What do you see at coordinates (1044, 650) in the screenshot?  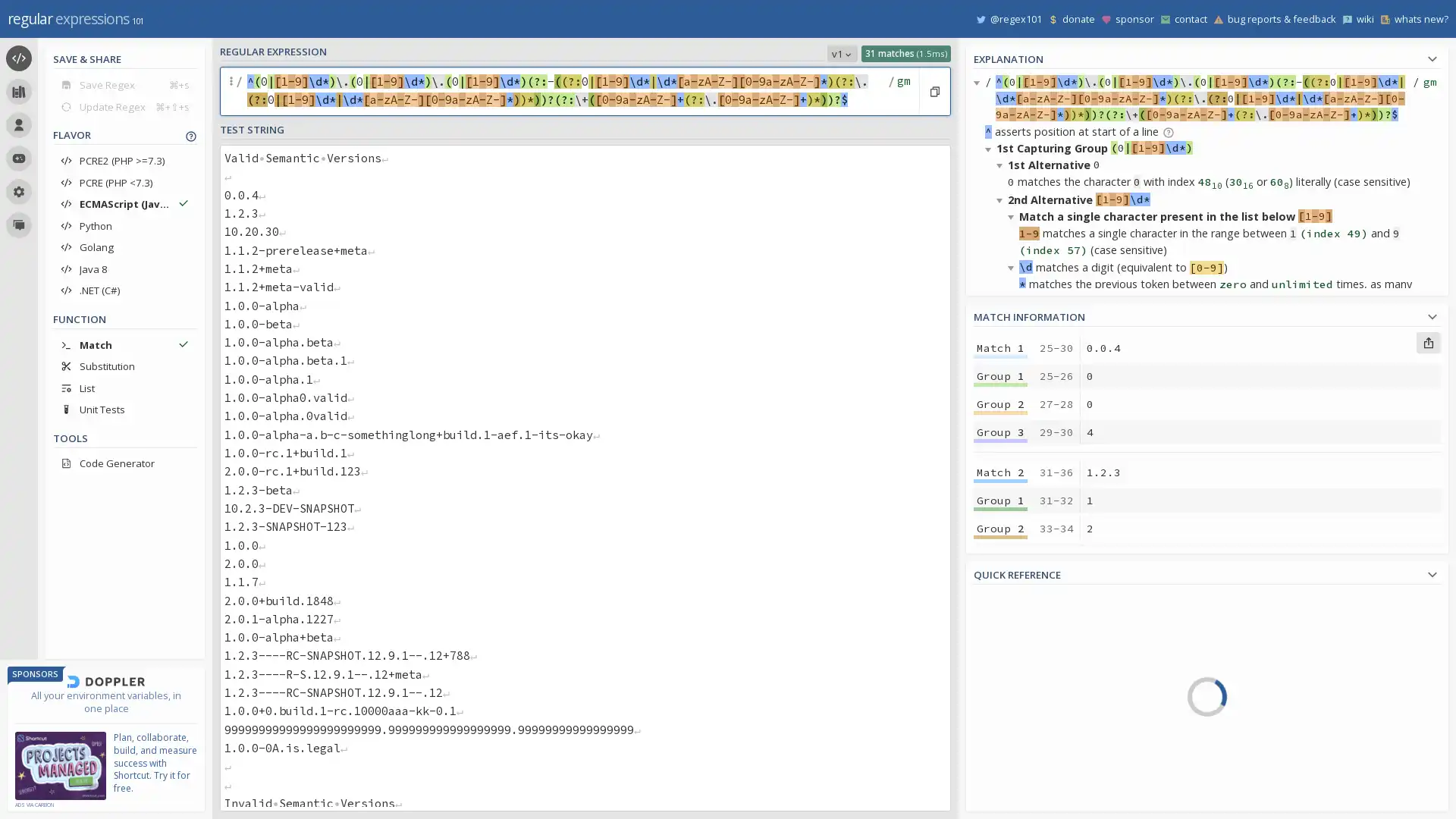 I see `Common Tokens` at bounding box center [1044, 650].